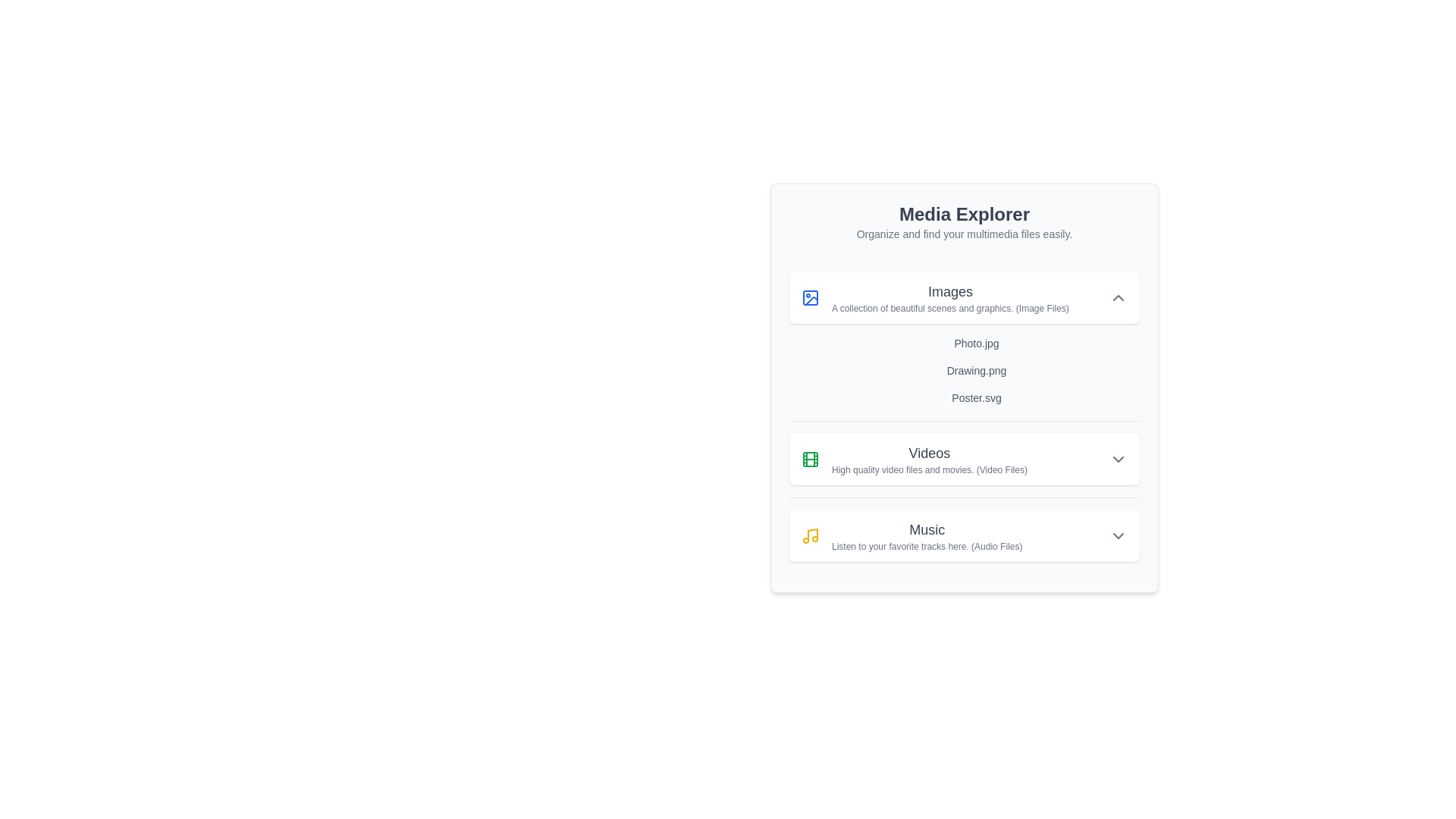 The image size is (1456, 819). Describe the element at coordinates (934, 298) in the screenshot. I see `the interactive element titled 'Images', which features a blue icon and a description about image files` at that location.